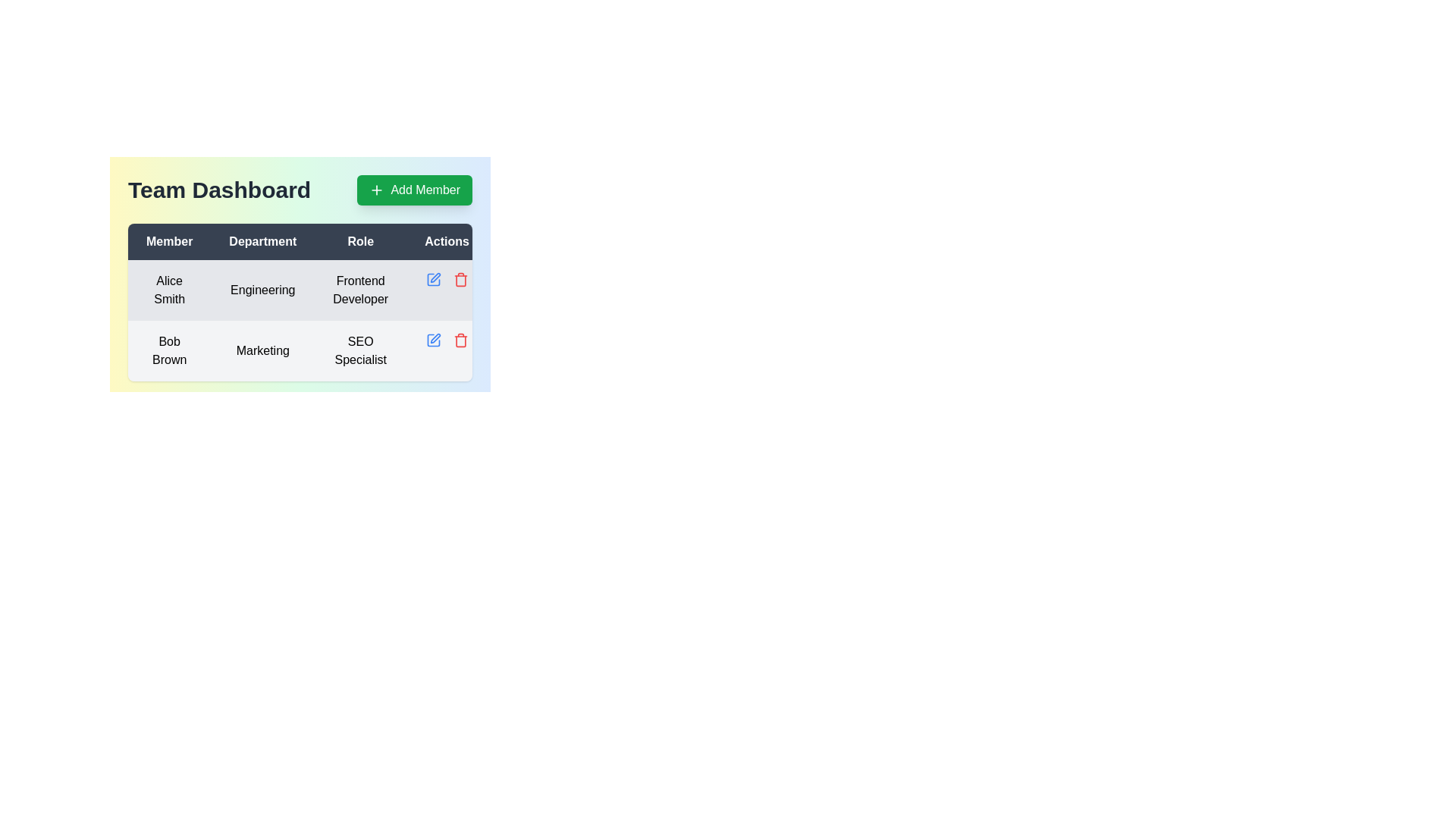 The height and width of the screenshot is (819, 1456). I want to click on the 'Actions' text label, which is the fourth header in the menu bar of the user data table, rendered in white on a dark gray background, so click(446, 241).